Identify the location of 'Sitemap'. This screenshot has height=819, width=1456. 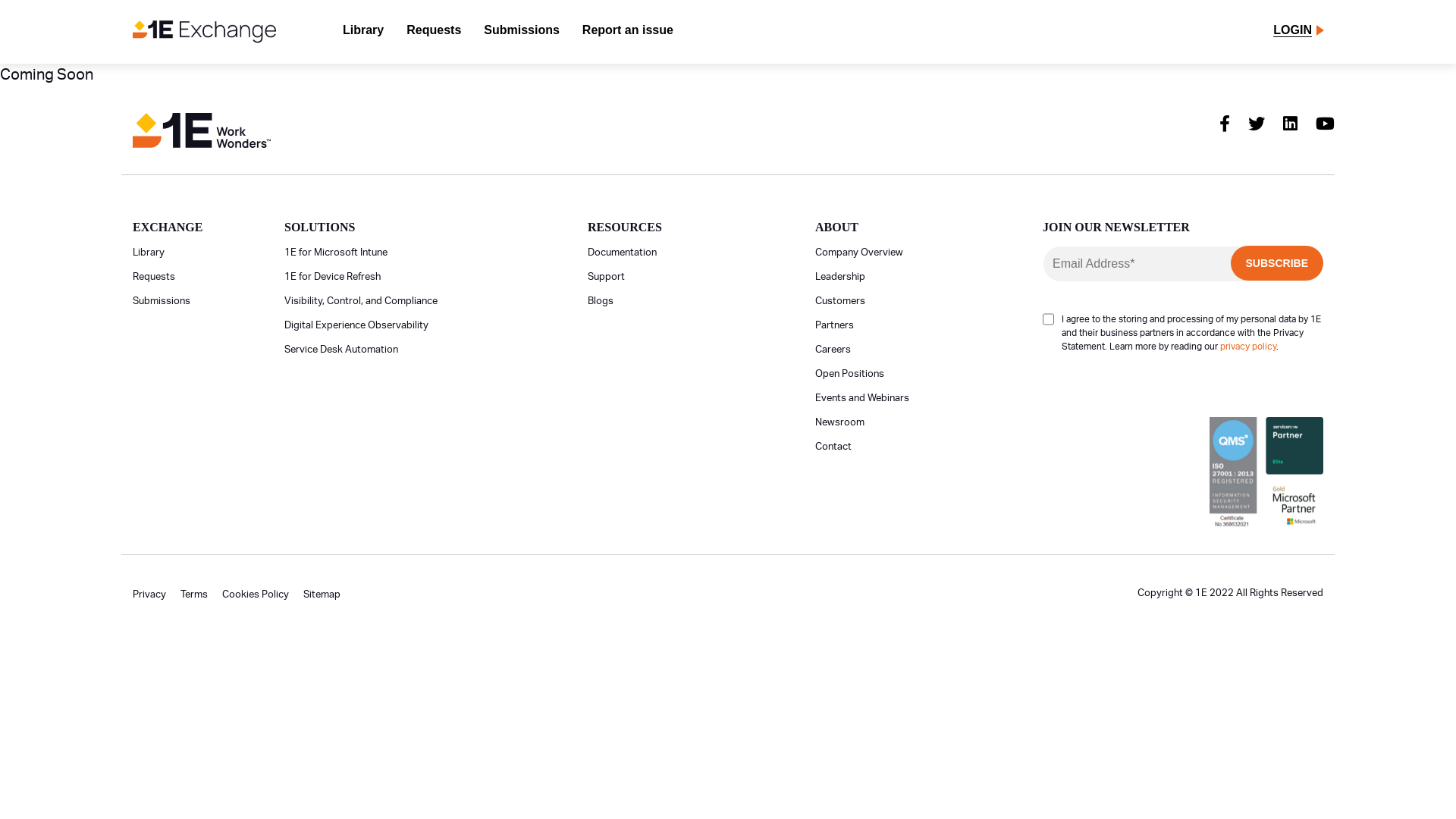
(303, 594).